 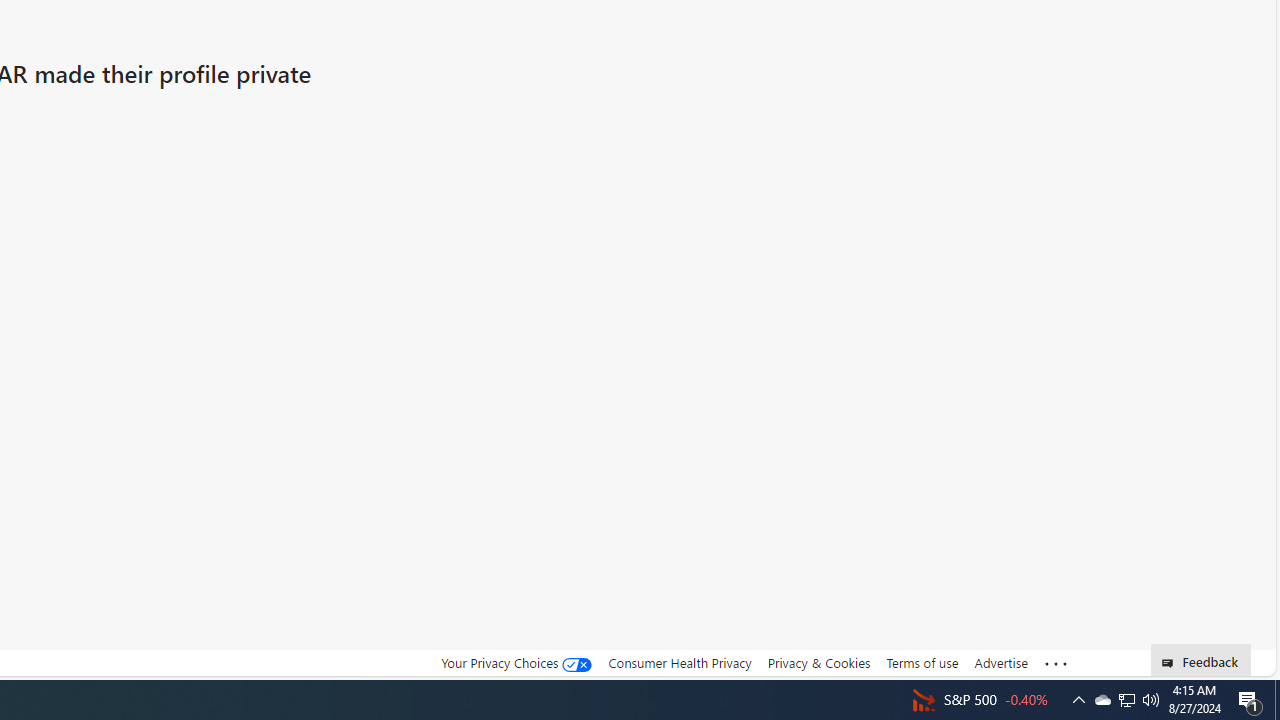 I want to click on 'Class: oneFooter_seeMore-DS-EntryPoint1-1', so click(x=1055, y=663).